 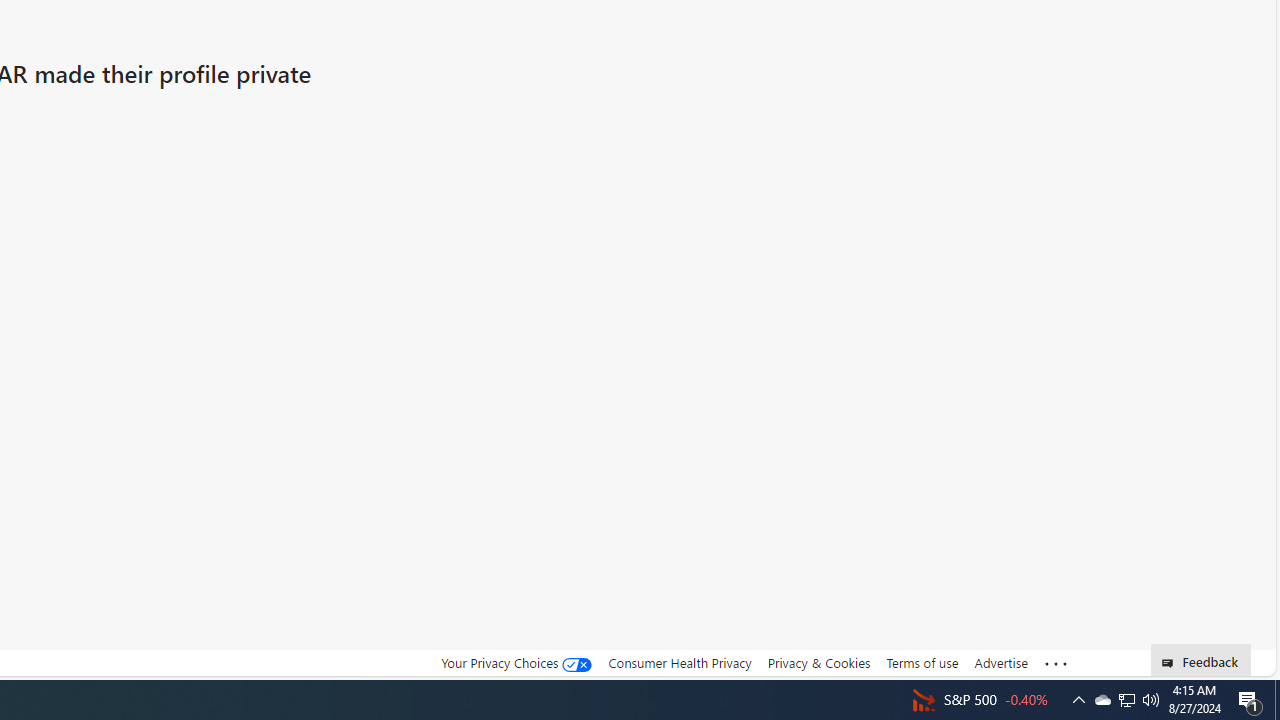 I want to click on 'Class: oneFooter_seeMore-DS-EntryPoint1-1', so click(x=1055, y=663).